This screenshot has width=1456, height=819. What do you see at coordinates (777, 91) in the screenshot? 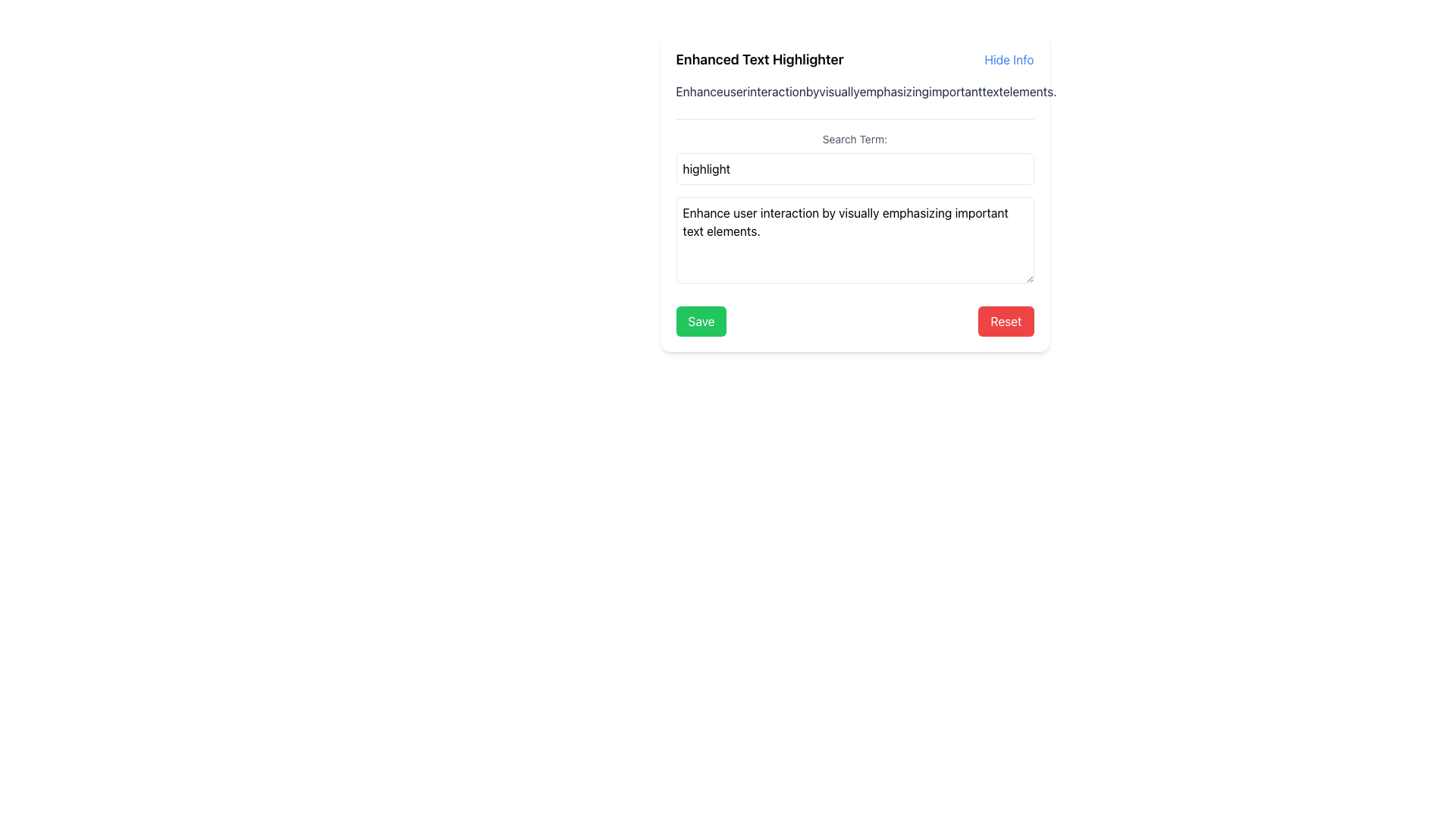
I see `the text element 'interaction' which is highlighted with a yellow background, located between 'user' and 'by' at the top center of the interface` at bounding box center [777, 91].